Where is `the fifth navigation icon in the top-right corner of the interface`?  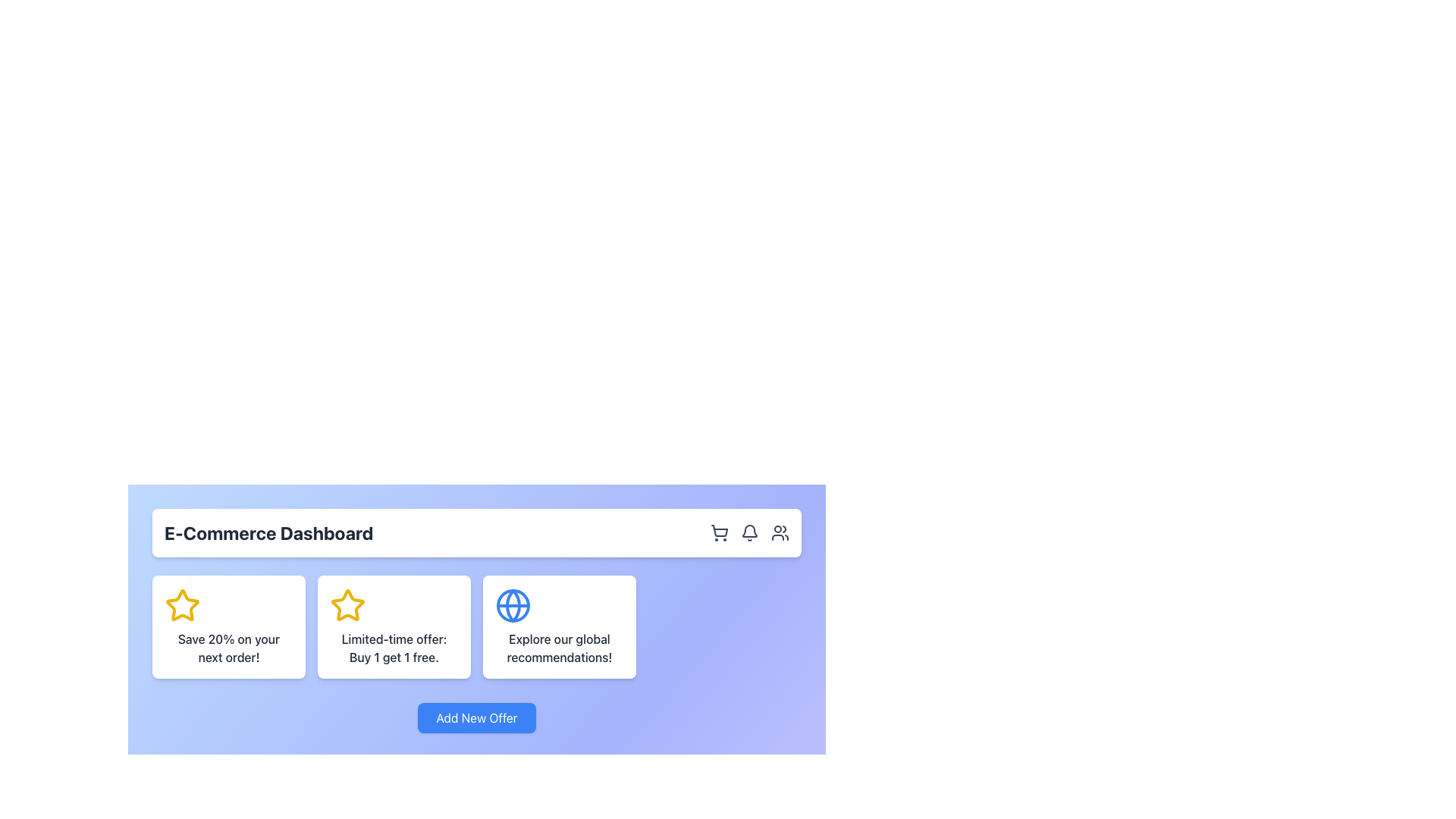
the fifth navigation icon in the top-right corner of the interface is located at coordinates (780, 532).